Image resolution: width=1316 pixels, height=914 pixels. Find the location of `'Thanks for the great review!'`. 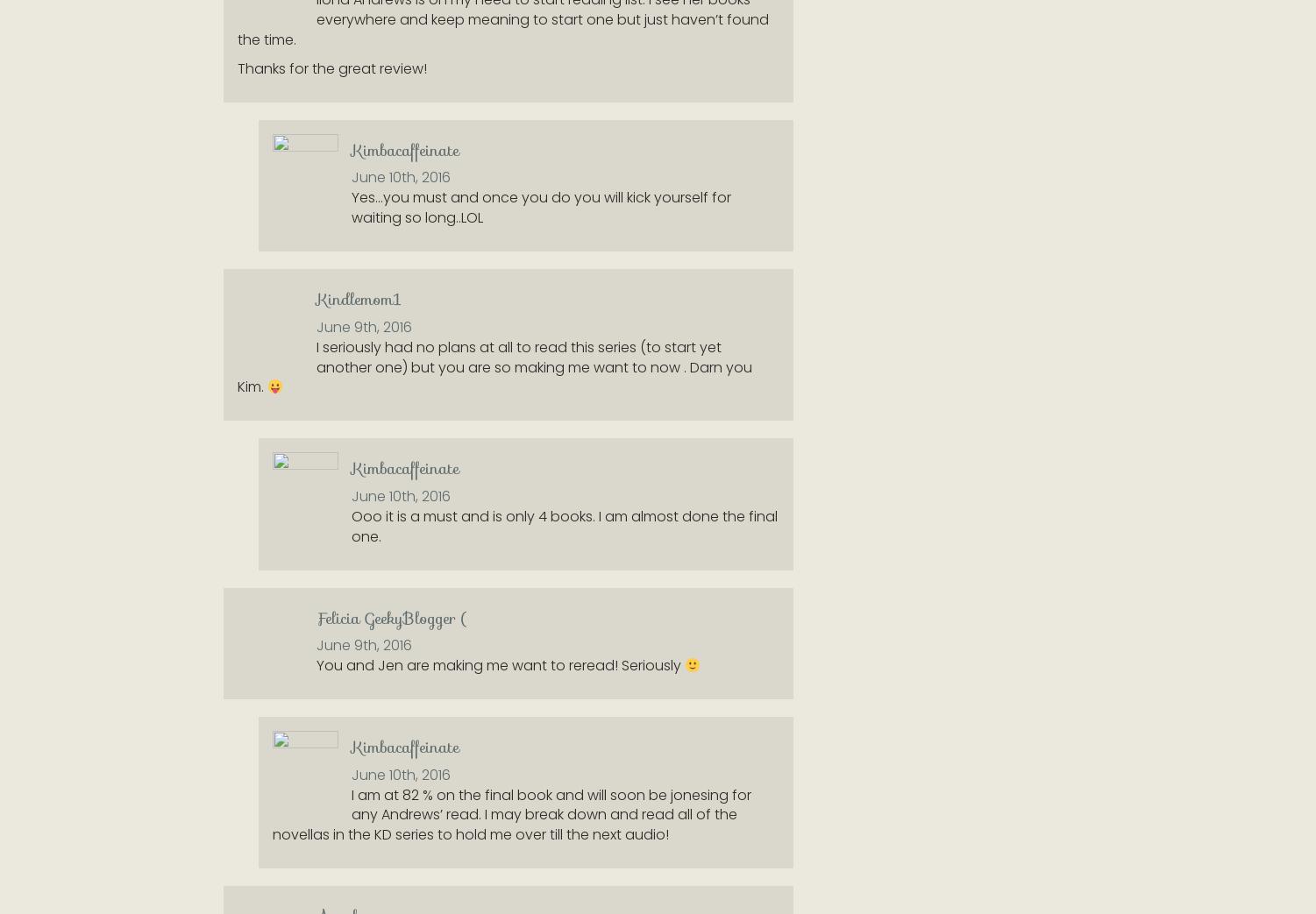

'Thanks for the great review!' is located at coordinates (236, 67).